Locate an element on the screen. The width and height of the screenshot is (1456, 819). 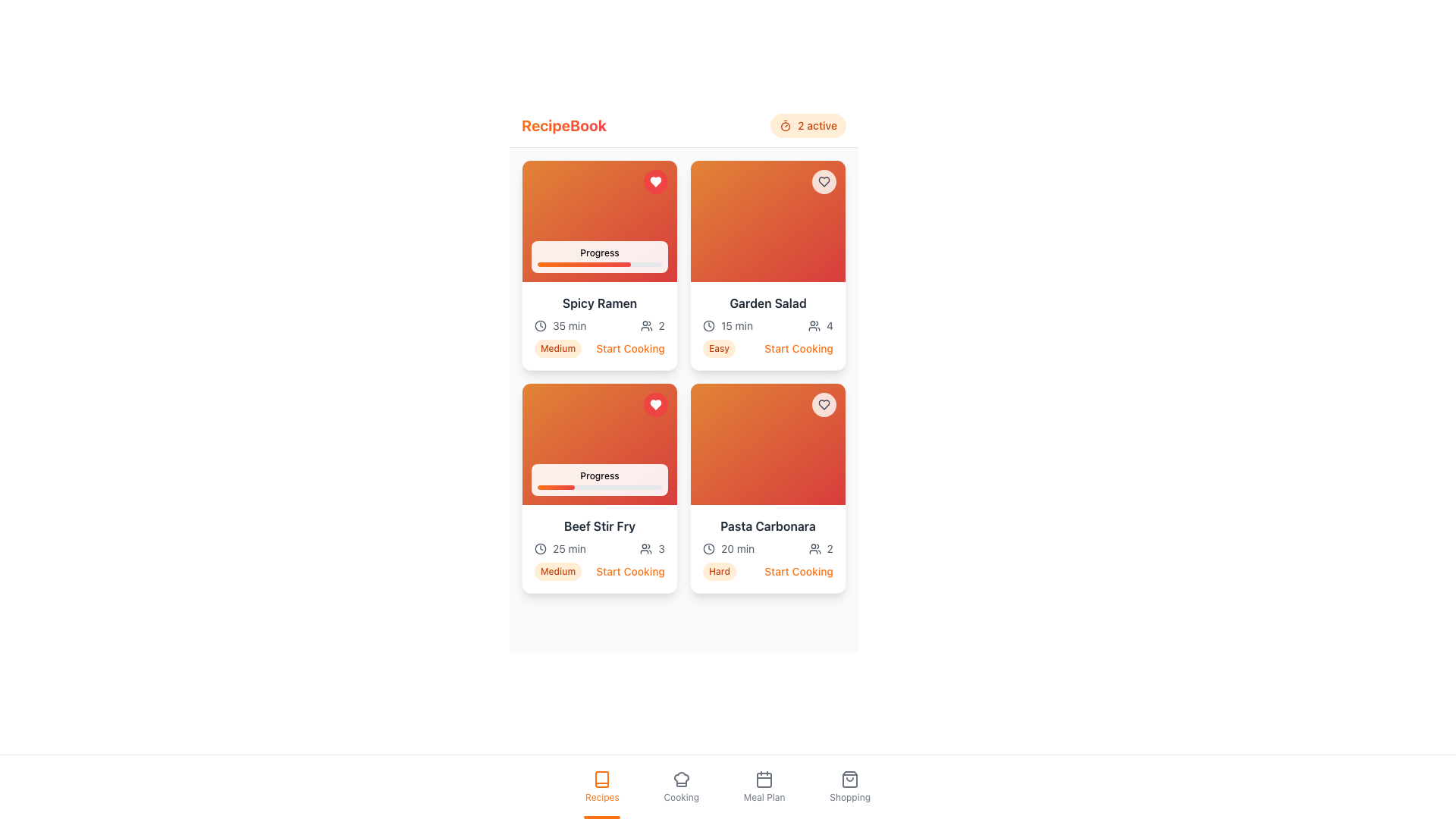
the 'Start Cooking' button located in the lower section of the Spicy Ramen card to observe any hover effects like color change is located at coordinates (630, 348).